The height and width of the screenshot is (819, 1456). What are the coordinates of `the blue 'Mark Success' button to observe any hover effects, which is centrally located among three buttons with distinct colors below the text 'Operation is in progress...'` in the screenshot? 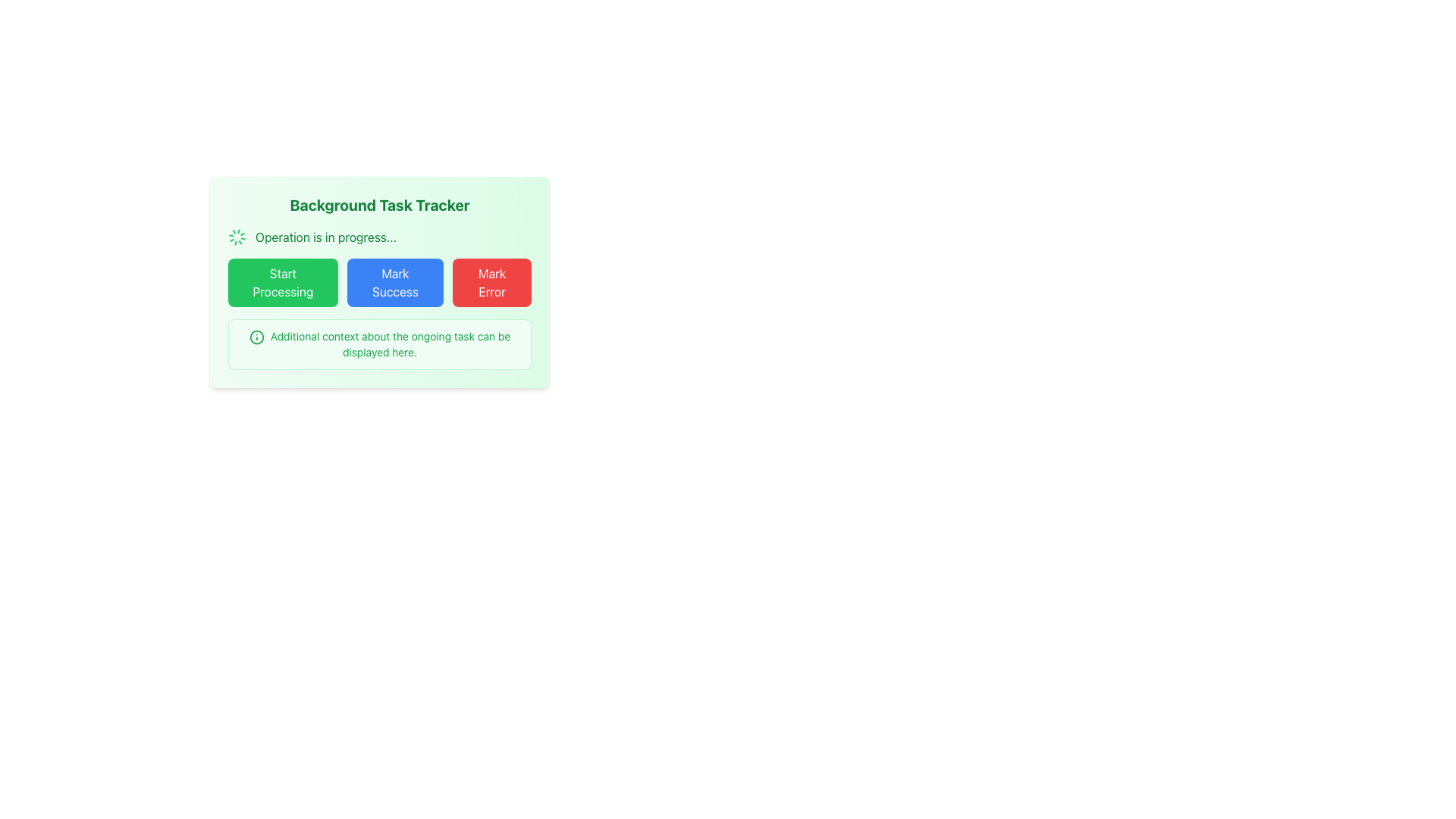 It's located at (379, 281).